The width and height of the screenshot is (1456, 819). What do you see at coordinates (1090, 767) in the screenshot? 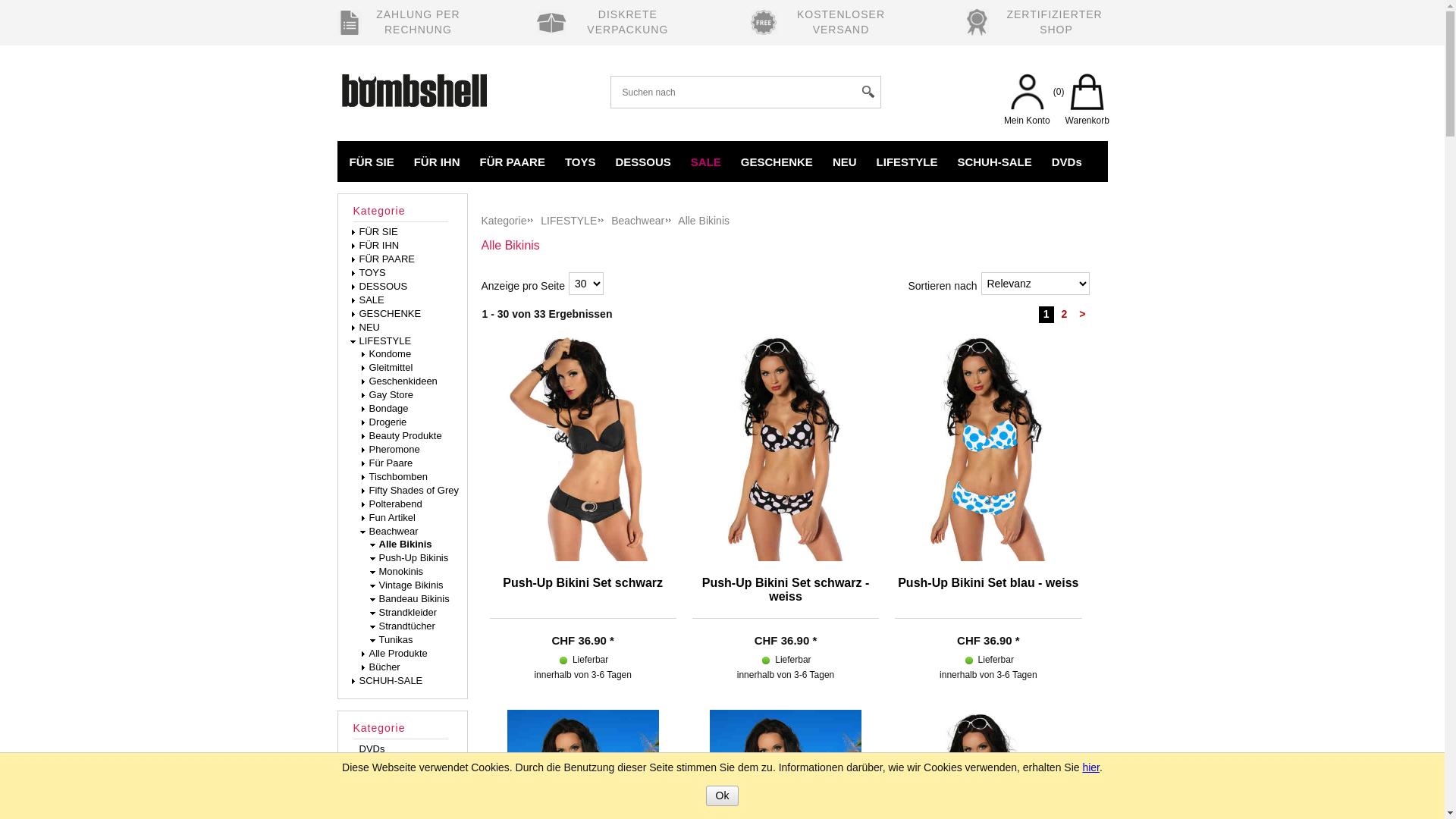
I see `'hier'` at bounding box center [1090, 767].